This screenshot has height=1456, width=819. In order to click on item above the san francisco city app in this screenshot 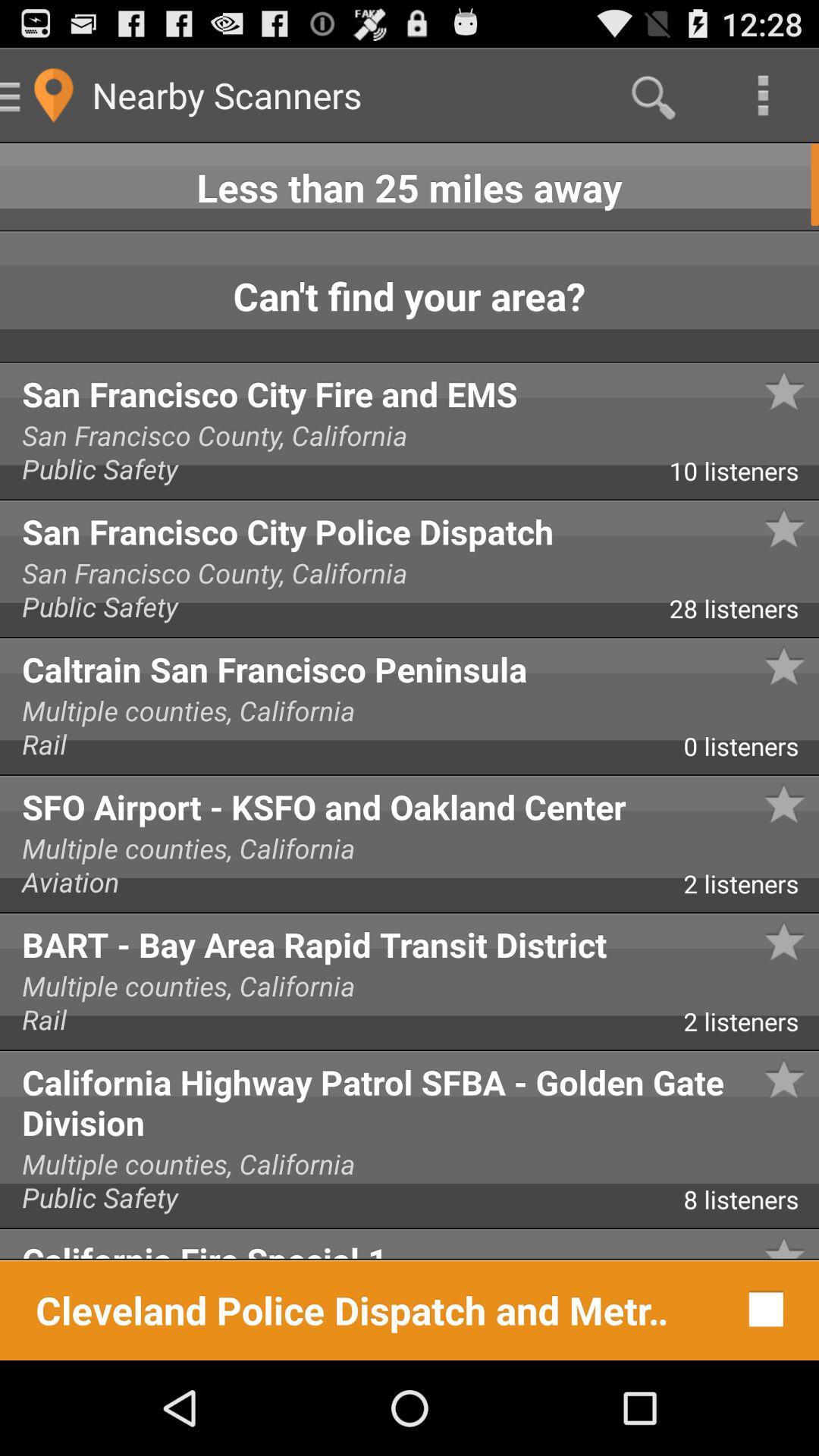, I will do `click(409, 297)`.